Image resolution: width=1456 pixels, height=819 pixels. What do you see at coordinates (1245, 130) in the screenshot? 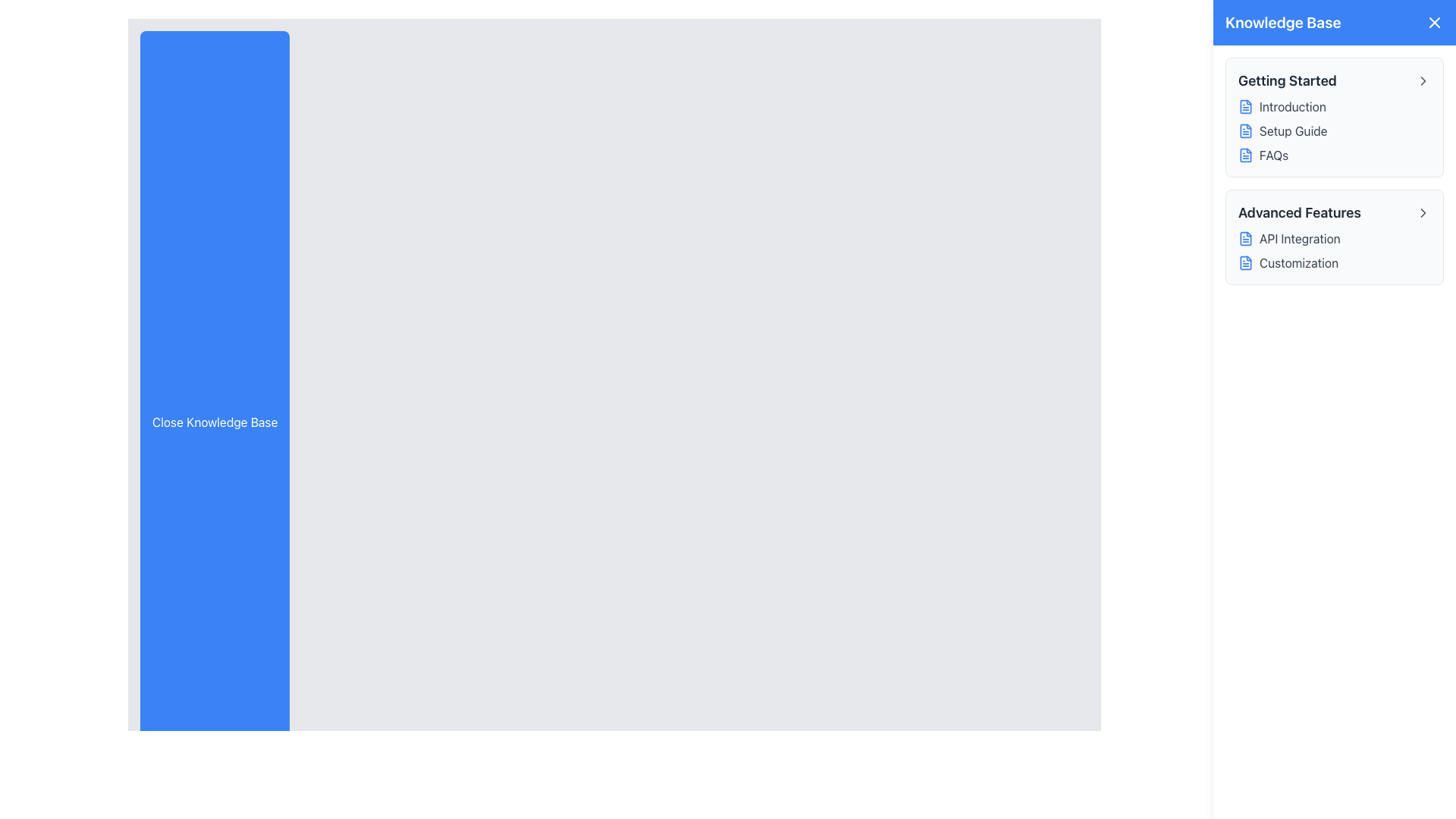
I see `the small blue document icon located next to the text 'Setup Guide' in the 'Getting Started' section of the sidebar` at bounding box center [1245, 130].